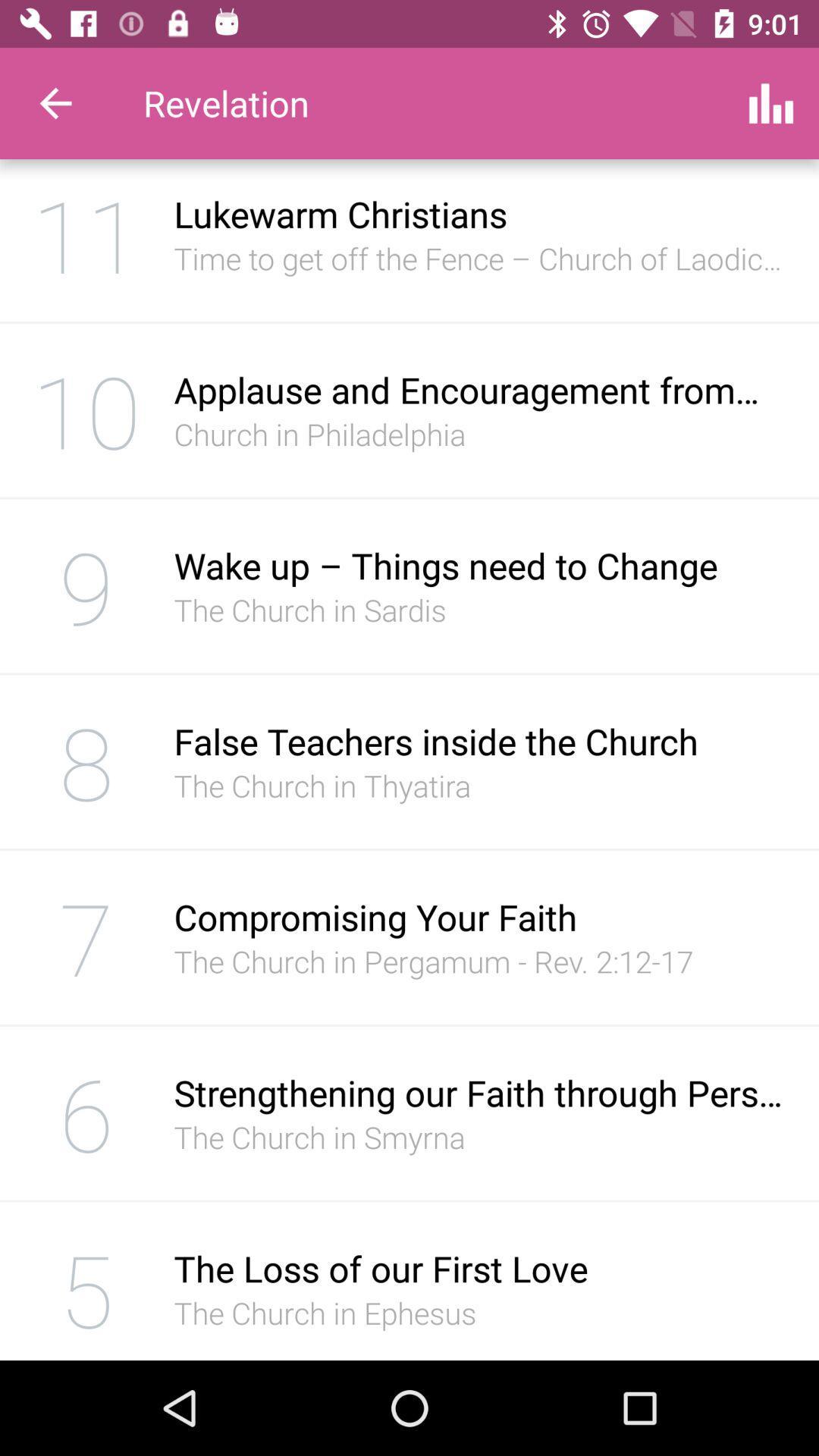 The width and height of the screenshot is (819, 1456). I want to click on item at the top right corner, so click(771, 102).